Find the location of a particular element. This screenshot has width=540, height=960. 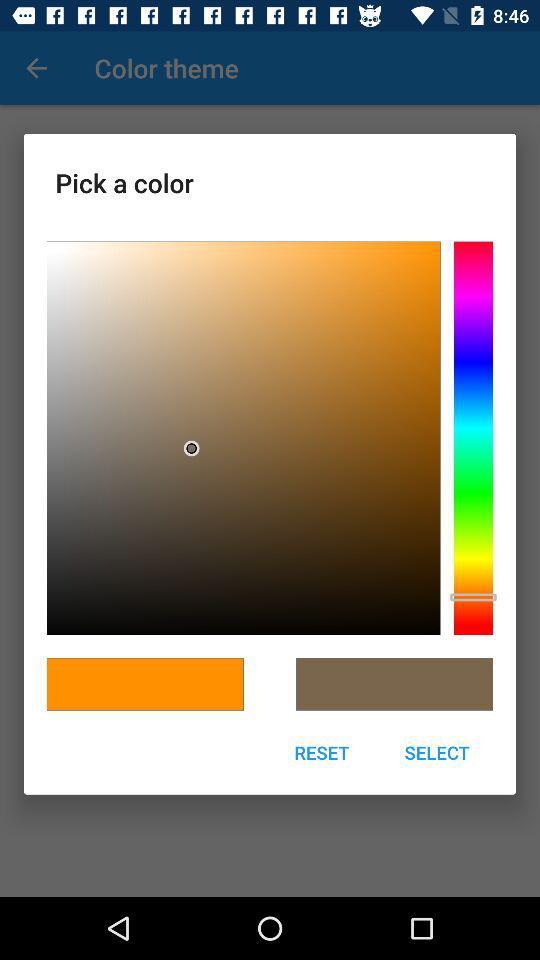

the item next to the reset is located at coordinates (436, 751).